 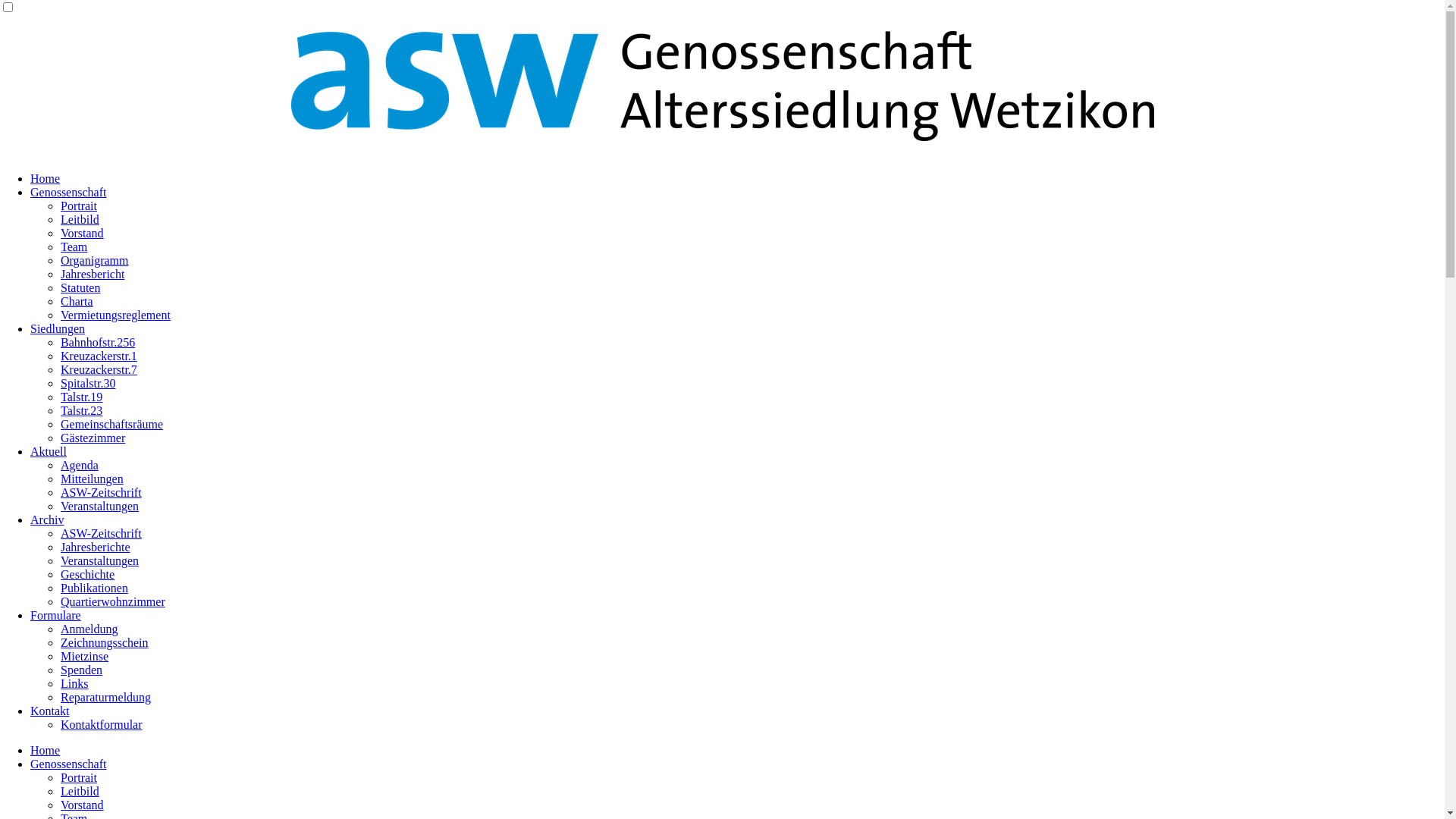 What do you see at coordinates (50, 711) in the screenshot?
I see `'Kontakt'` at bounding box center [50, 711].